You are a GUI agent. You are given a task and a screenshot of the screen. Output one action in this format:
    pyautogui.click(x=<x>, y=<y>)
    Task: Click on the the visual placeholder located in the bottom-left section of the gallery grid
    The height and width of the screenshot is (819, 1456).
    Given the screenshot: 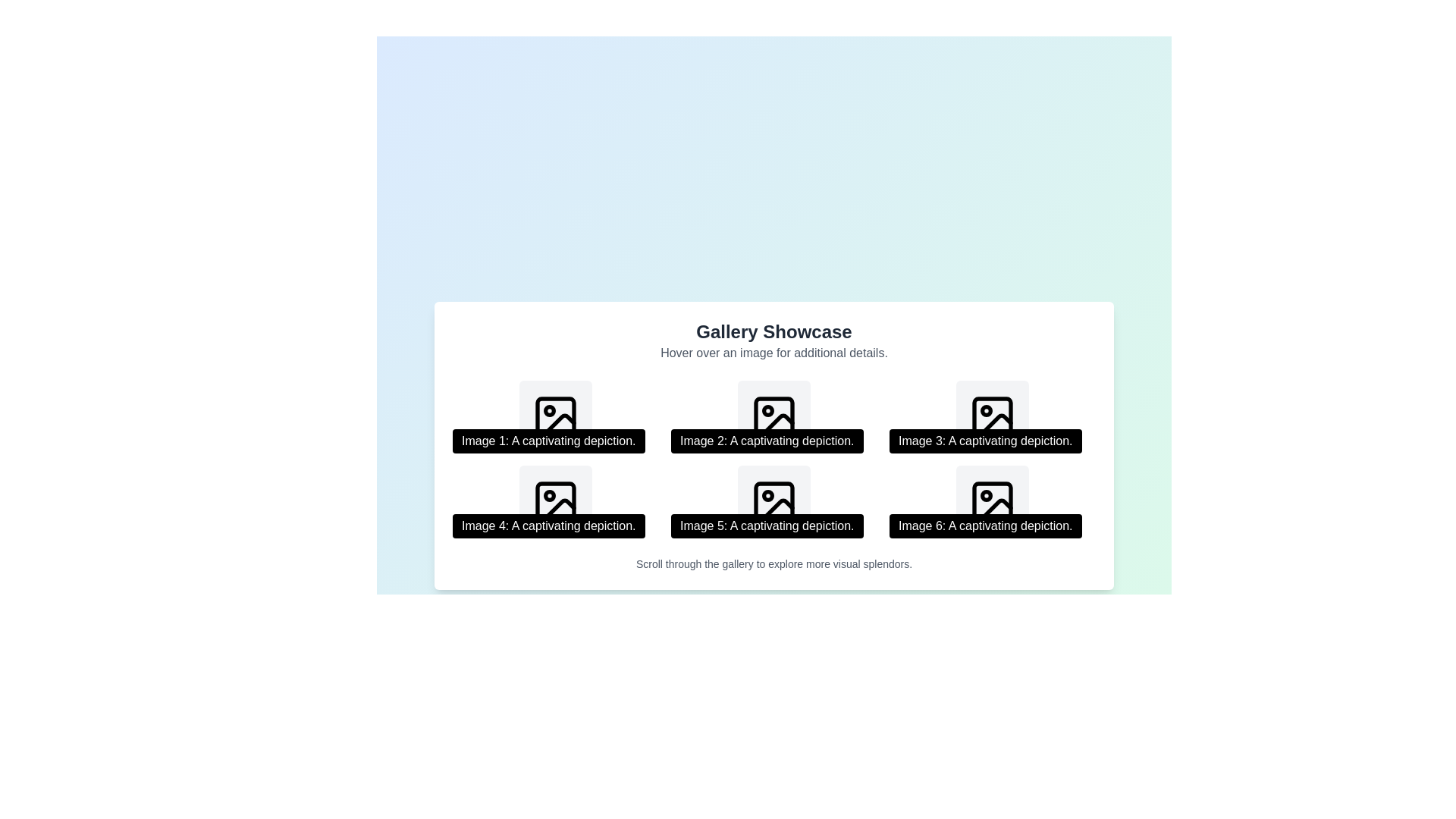 What is the action you would take?
    pyautogui.click(x=555, y=502)
    